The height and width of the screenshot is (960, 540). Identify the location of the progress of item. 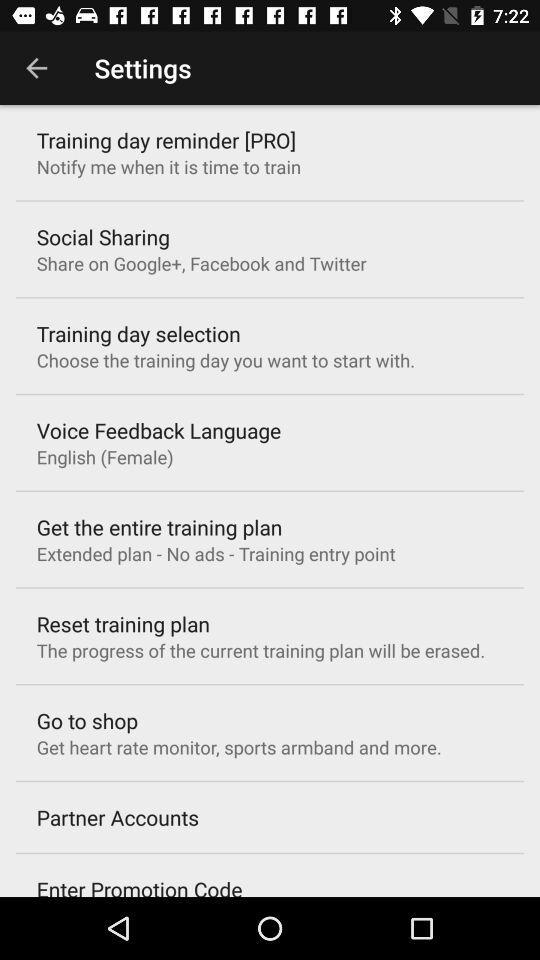
(260, 649).